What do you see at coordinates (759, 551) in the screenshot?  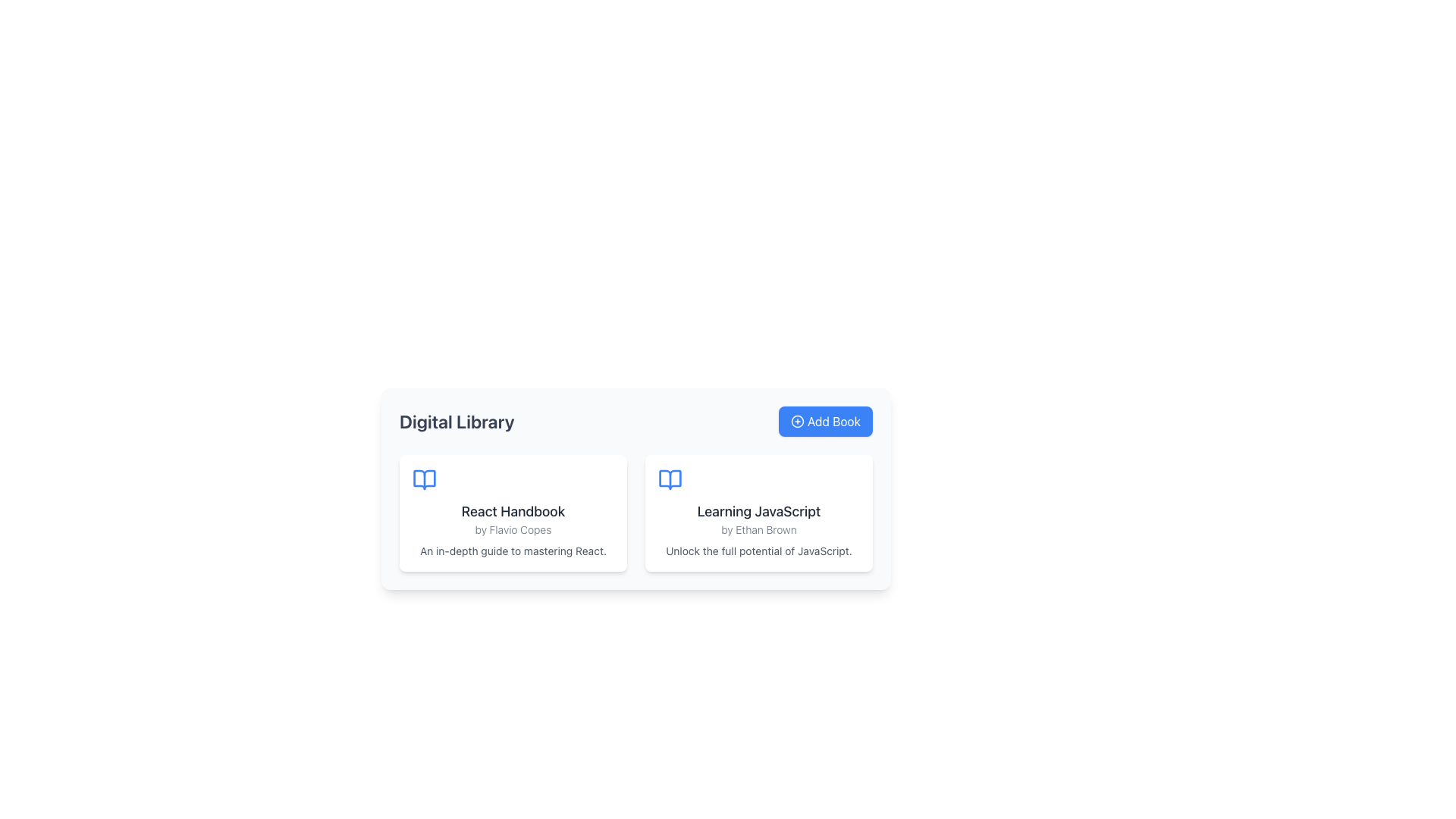 I see `the descriptive text associated with the book titled 'Learning JavaScript' located at the bottom of the card beneath the author's name 'Ethan Brown.'` at bounding box center [759, 551].